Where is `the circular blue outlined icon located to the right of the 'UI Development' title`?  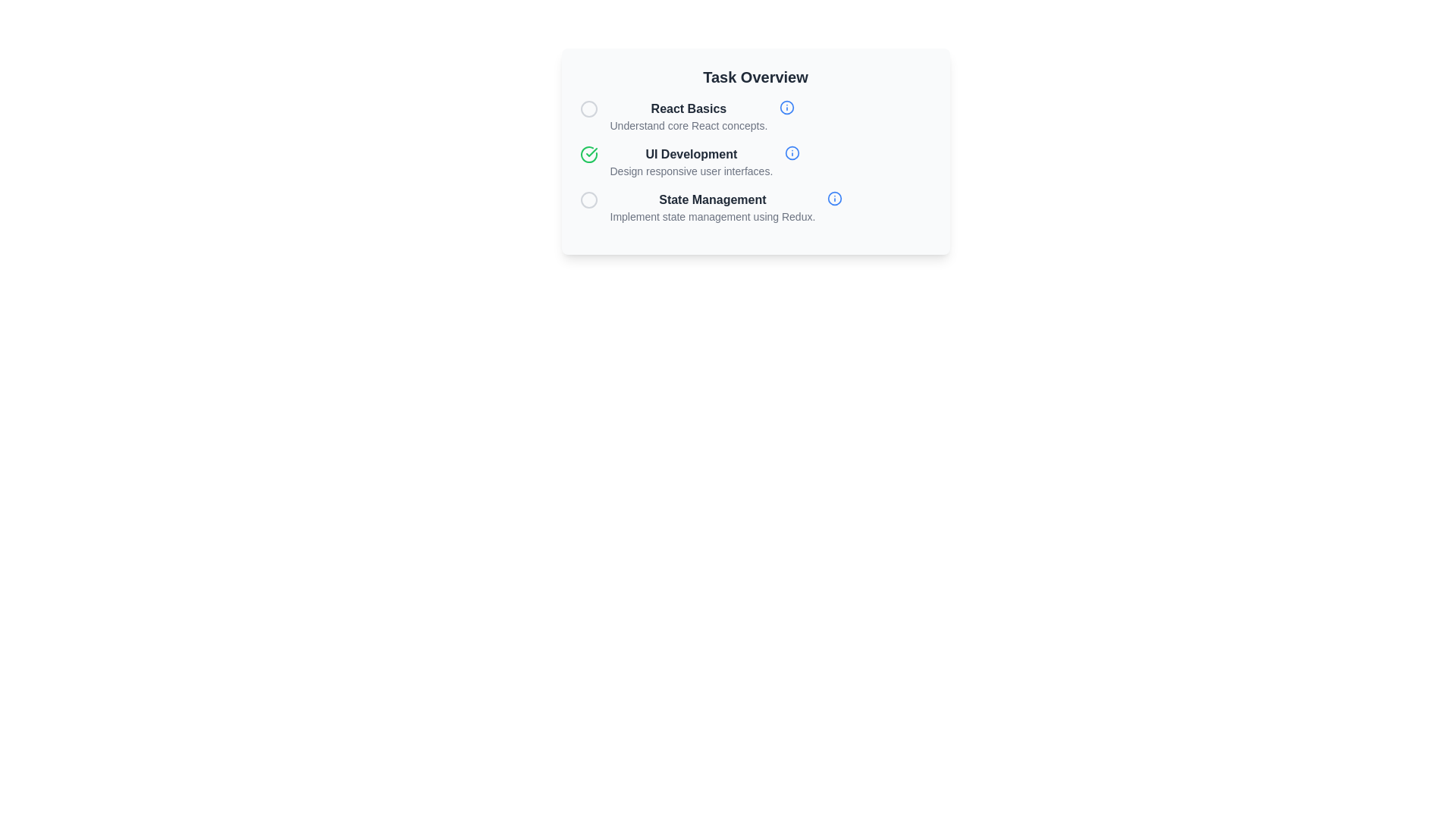
the circular blue outlined icon located to the right of the 'UI Development' title is located at coordinates (792, 152).